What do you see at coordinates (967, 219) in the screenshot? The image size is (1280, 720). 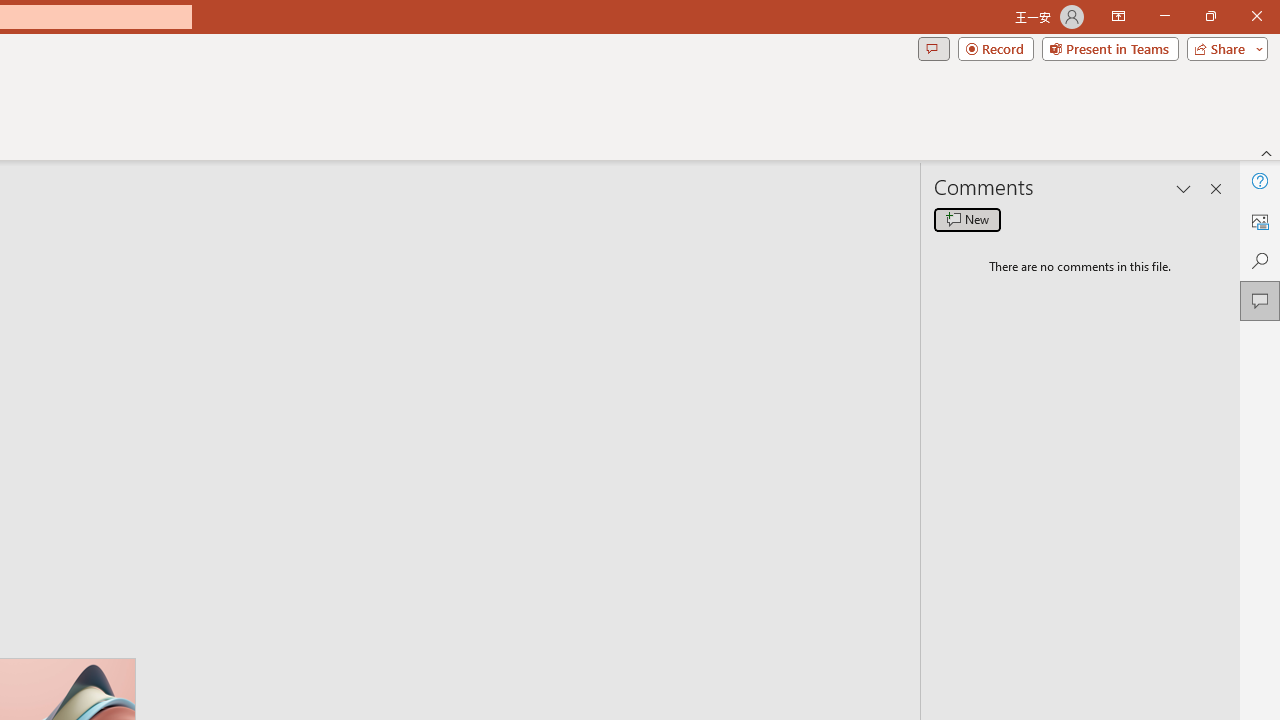 I see `'New comment'` at bounding box center [967, 219].